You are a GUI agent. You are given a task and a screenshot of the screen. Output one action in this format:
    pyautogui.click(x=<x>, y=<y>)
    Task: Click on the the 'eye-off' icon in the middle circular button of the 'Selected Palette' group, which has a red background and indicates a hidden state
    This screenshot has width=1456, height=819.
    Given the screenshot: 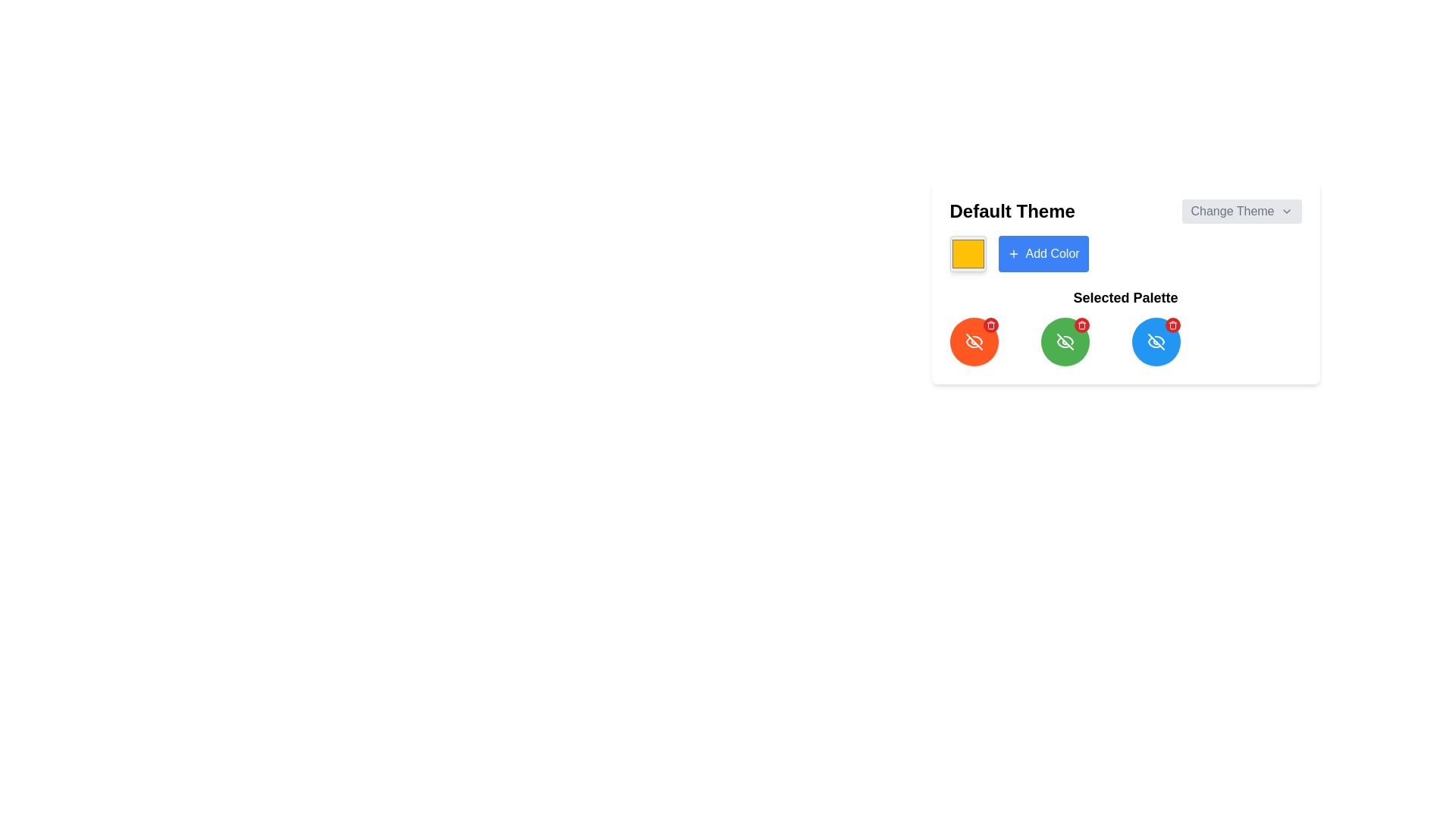 What is the action you would take?
    pyautogui.click(x=974, y=342)
    